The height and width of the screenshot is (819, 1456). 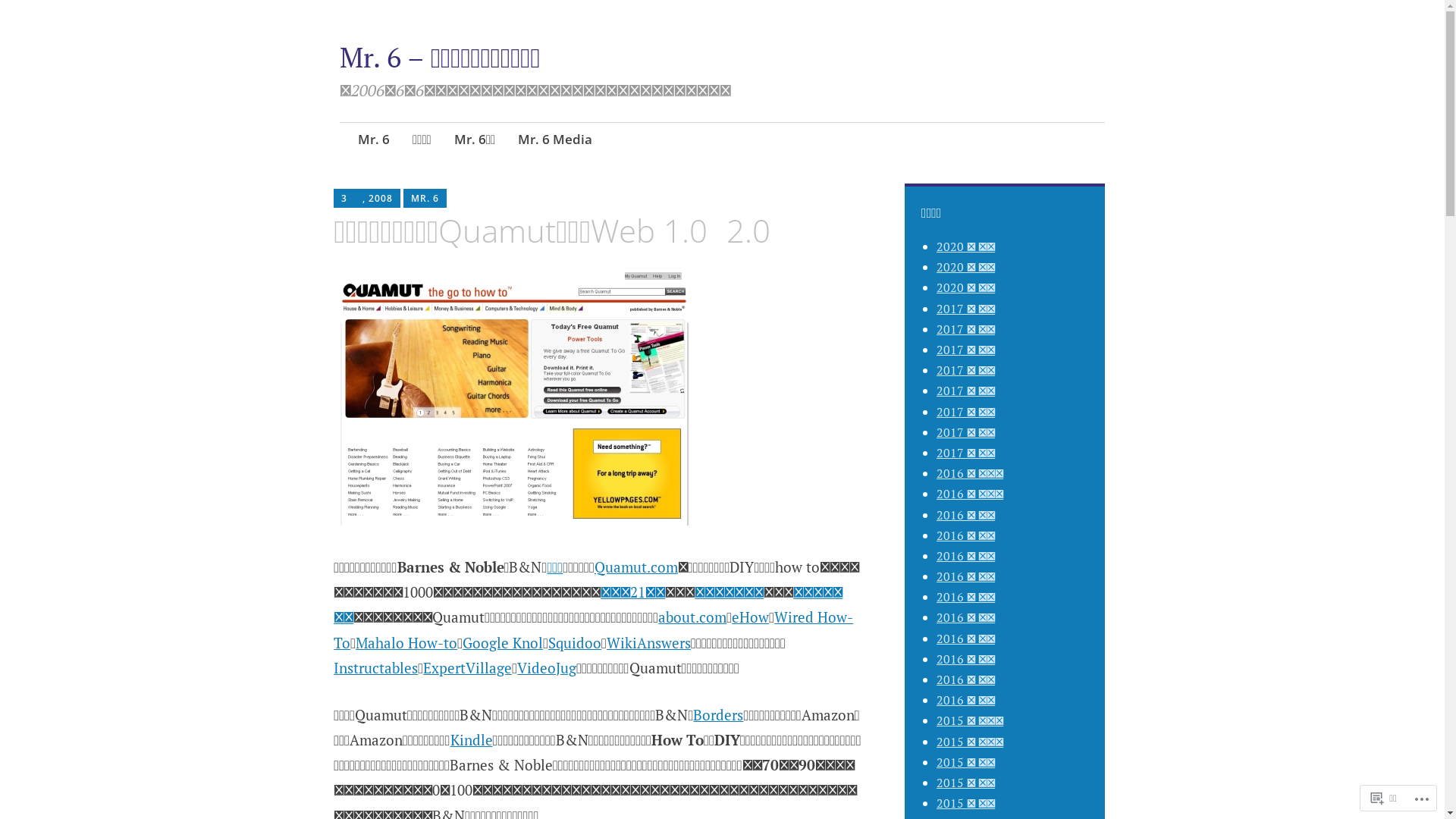 What do you see at coordinates (466, 667) in the screenshot?
I see `'ExpertVillage'` at bounding box center [466, 667].